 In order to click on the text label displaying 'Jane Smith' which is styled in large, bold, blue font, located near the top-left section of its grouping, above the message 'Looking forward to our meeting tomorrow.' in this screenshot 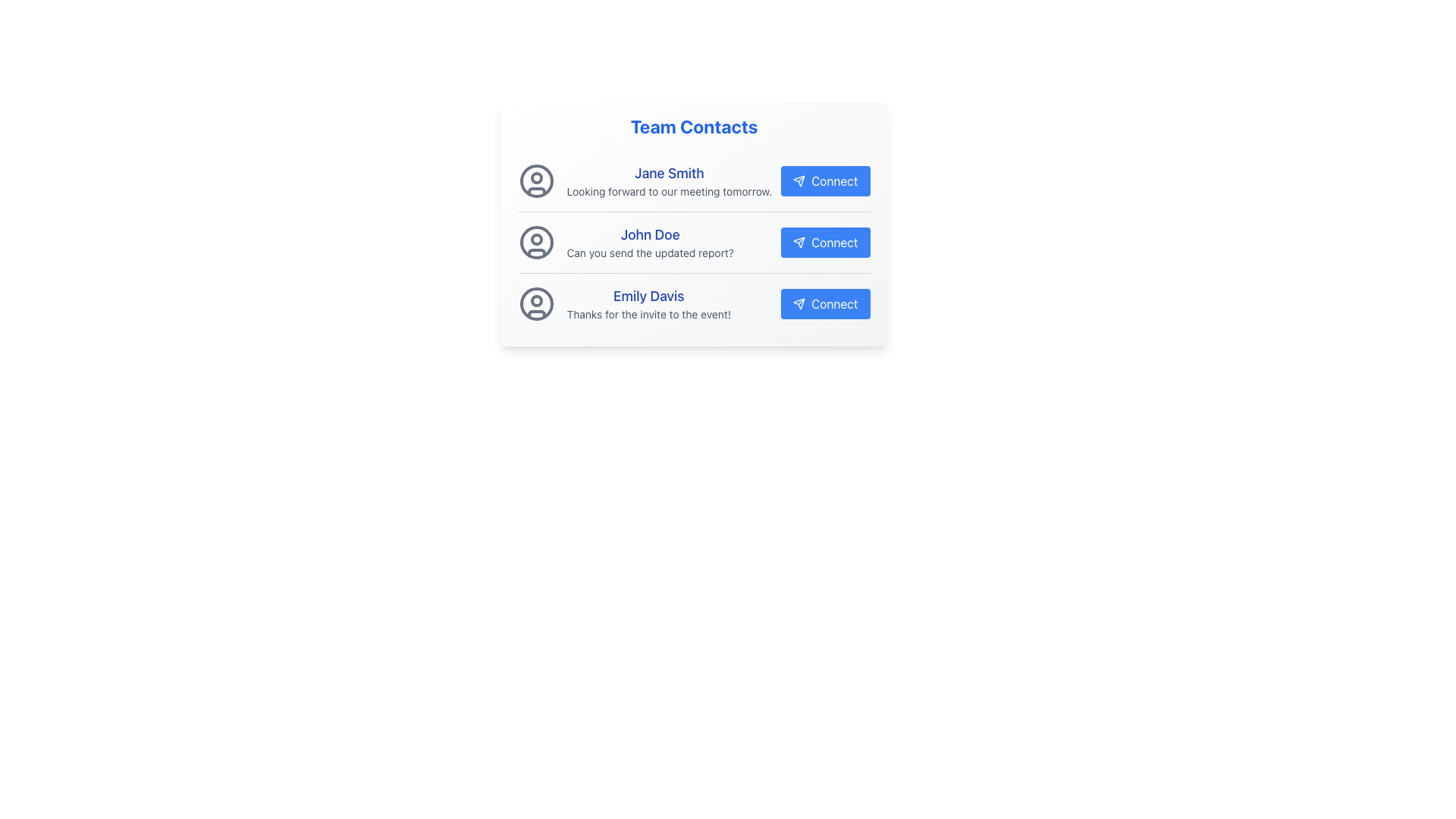, I will do `click(668, 172)`.